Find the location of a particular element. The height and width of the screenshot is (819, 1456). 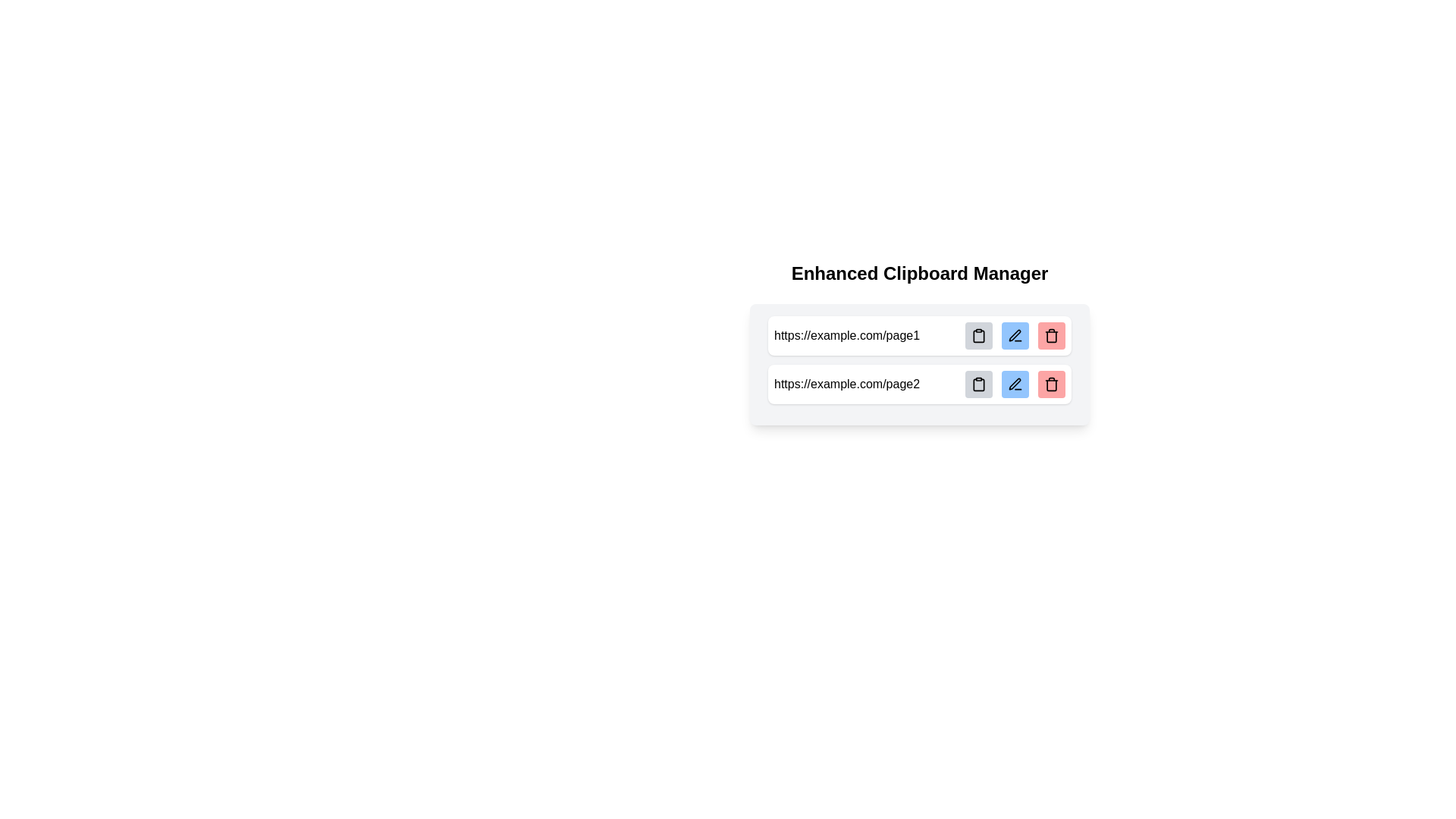

the edit button, which is the second clickable icon next to the clipboard icon in the first row of controls is located at coordinates (1015, 383).